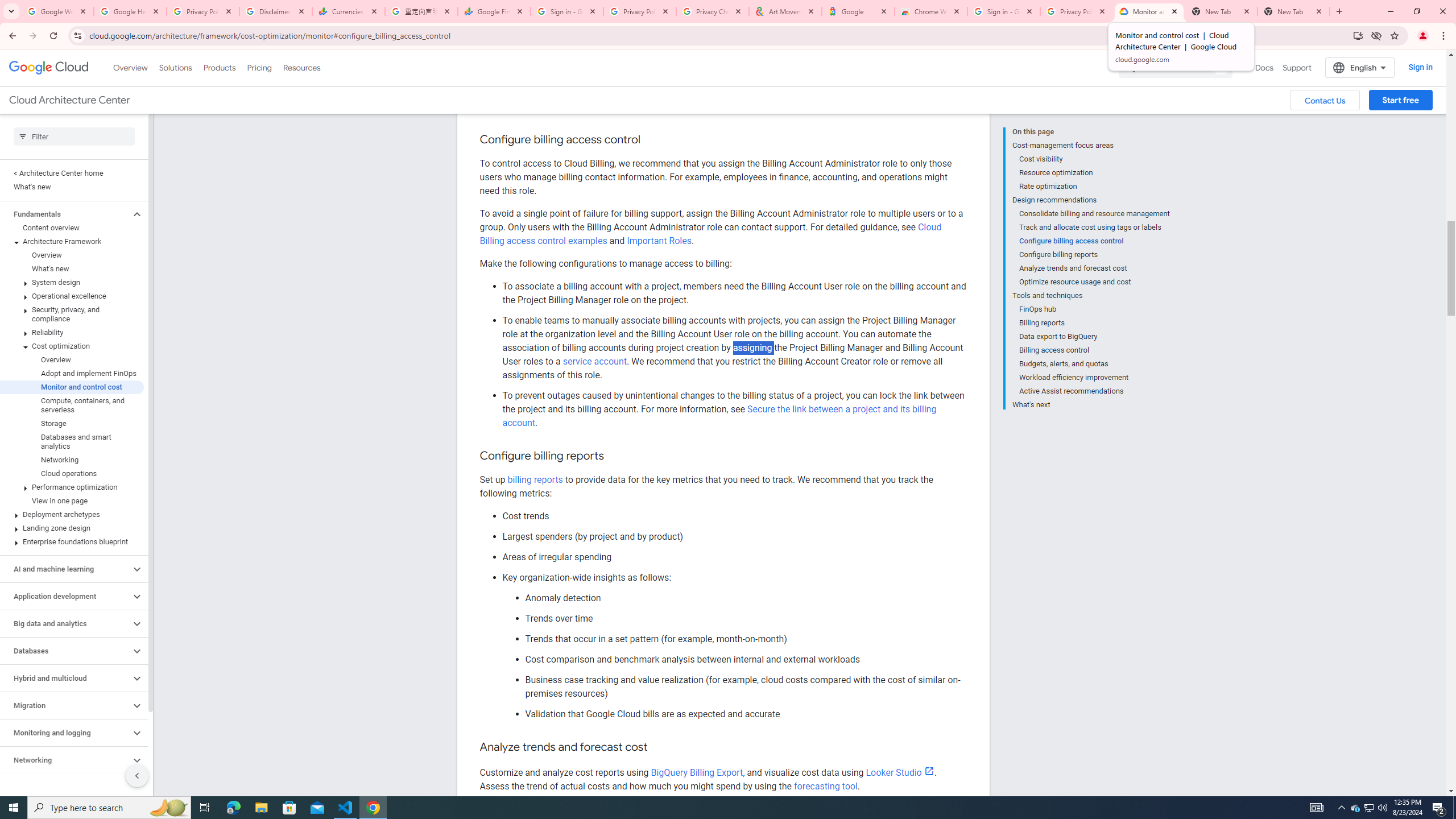 This screenshot has width=1456, height=819. I want to click on 'Workload efficiency improvement', so click(1094, 377).